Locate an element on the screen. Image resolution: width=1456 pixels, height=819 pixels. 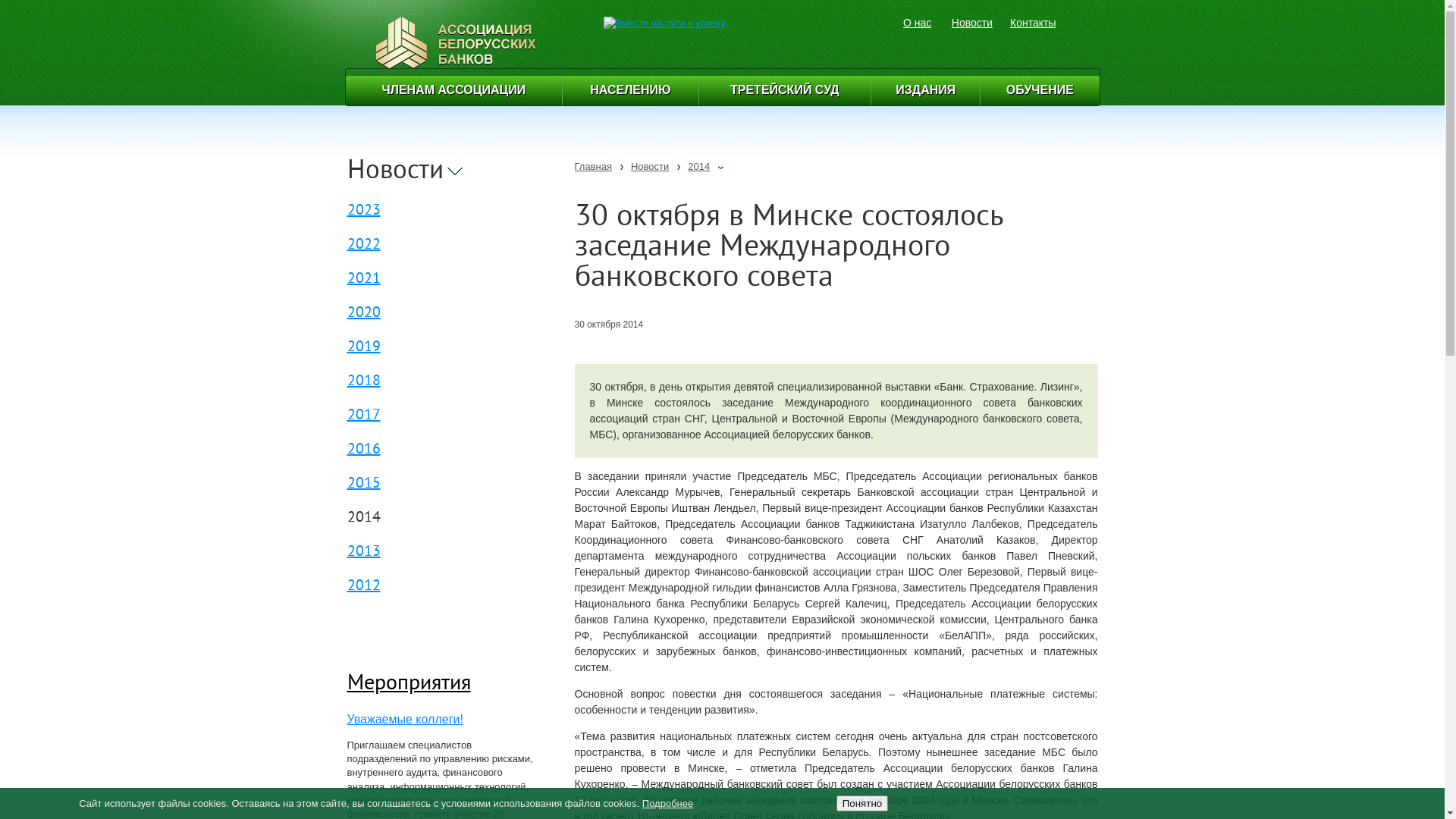
'2016' is located at coordinates (346, 449).